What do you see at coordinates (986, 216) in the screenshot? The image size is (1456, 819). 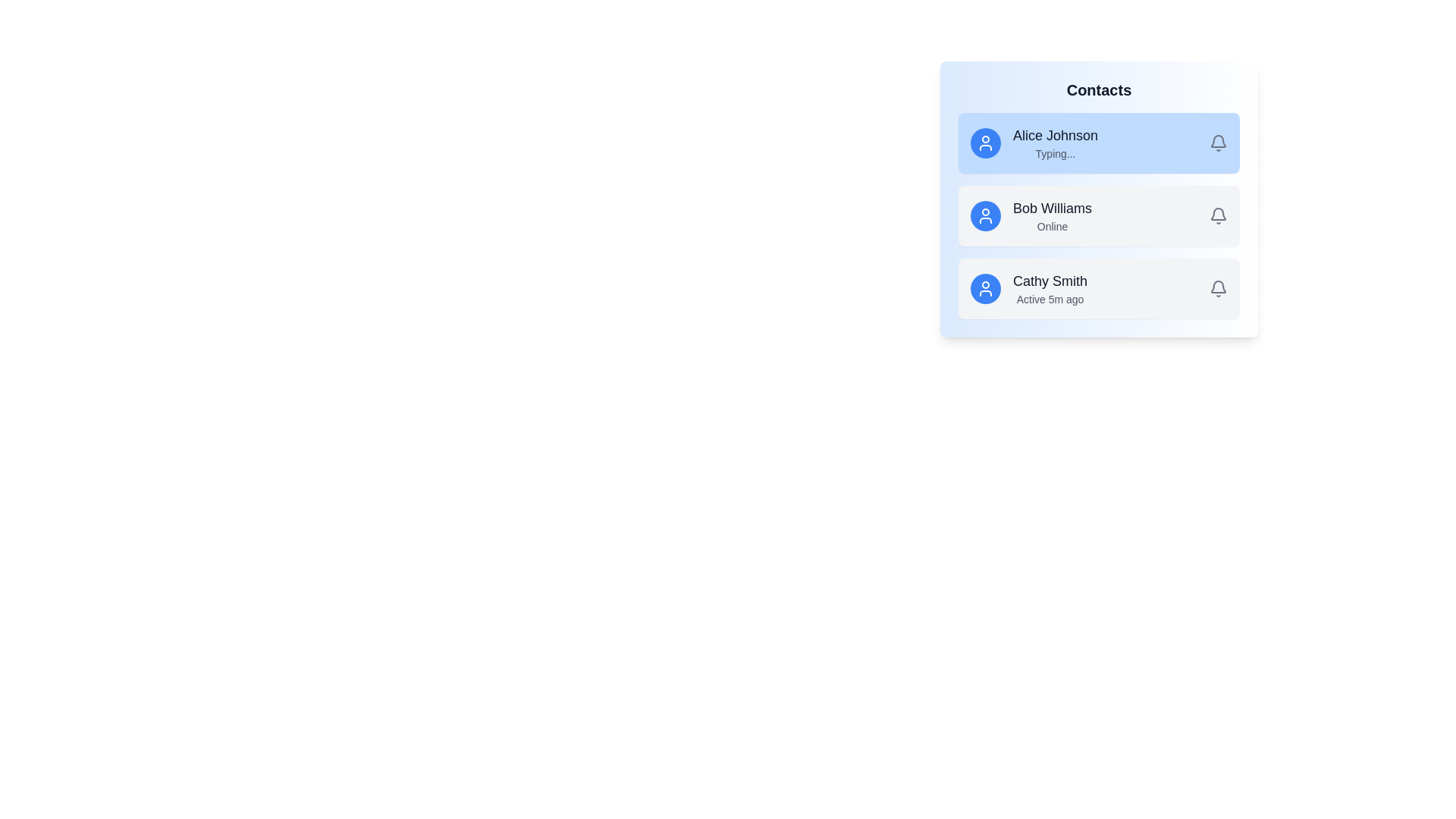 I see `the blue circular Profile Avatar button with a white user icon` at bounding box center [986, 216].